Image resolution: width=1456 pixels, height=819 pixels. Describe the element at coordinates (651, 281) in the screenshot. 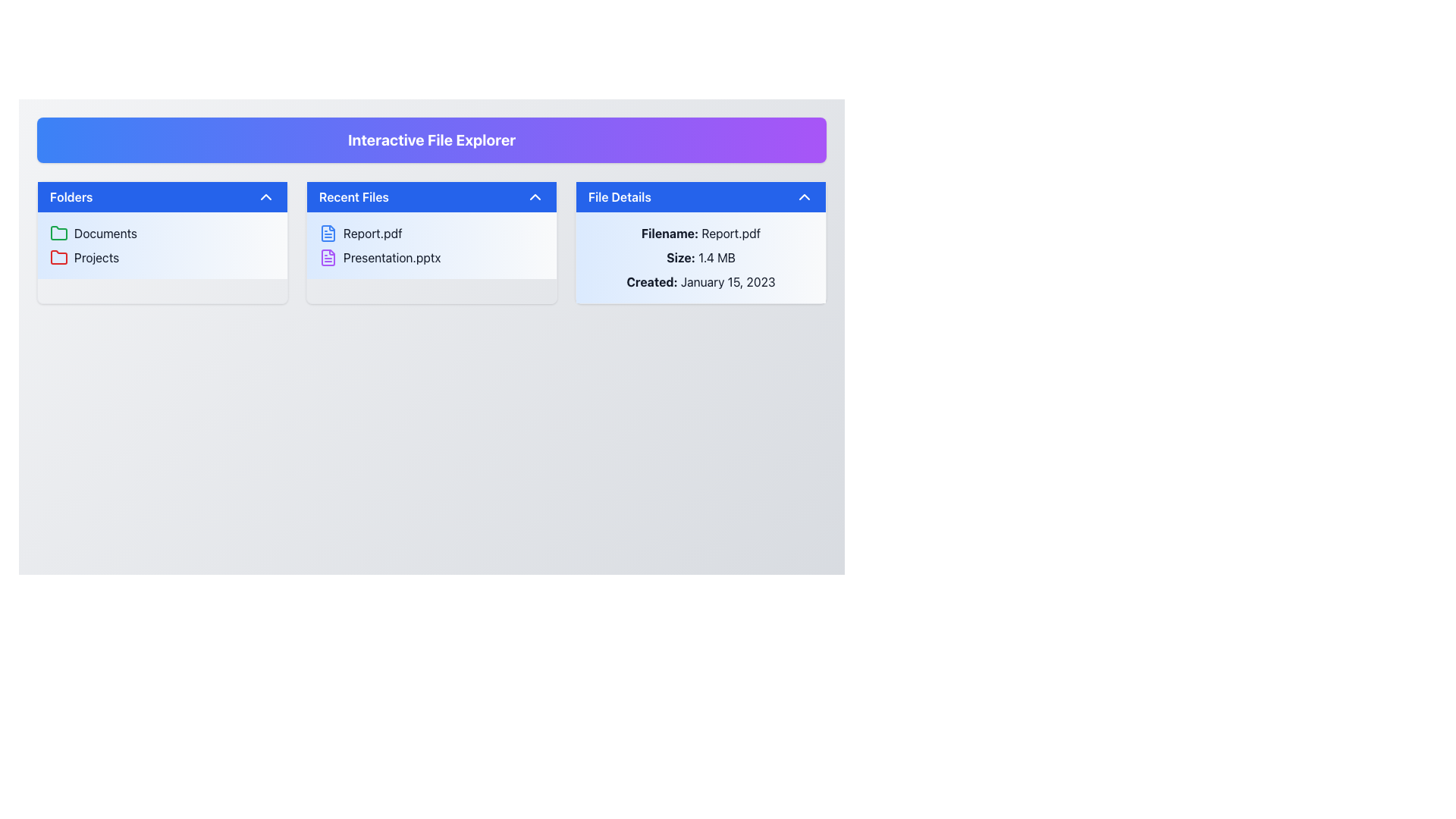

I see `the static text label 'Created:' located in the 'File Details' section of the interface` at that location.